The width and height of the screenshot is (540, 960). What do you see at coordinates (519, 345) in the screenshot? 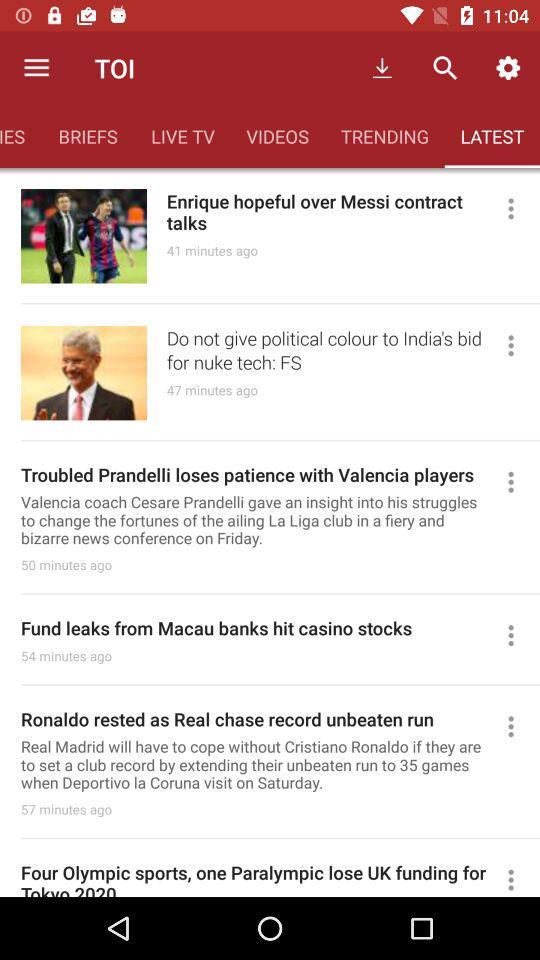
I see `show more options` at bounding box center [519, 345].